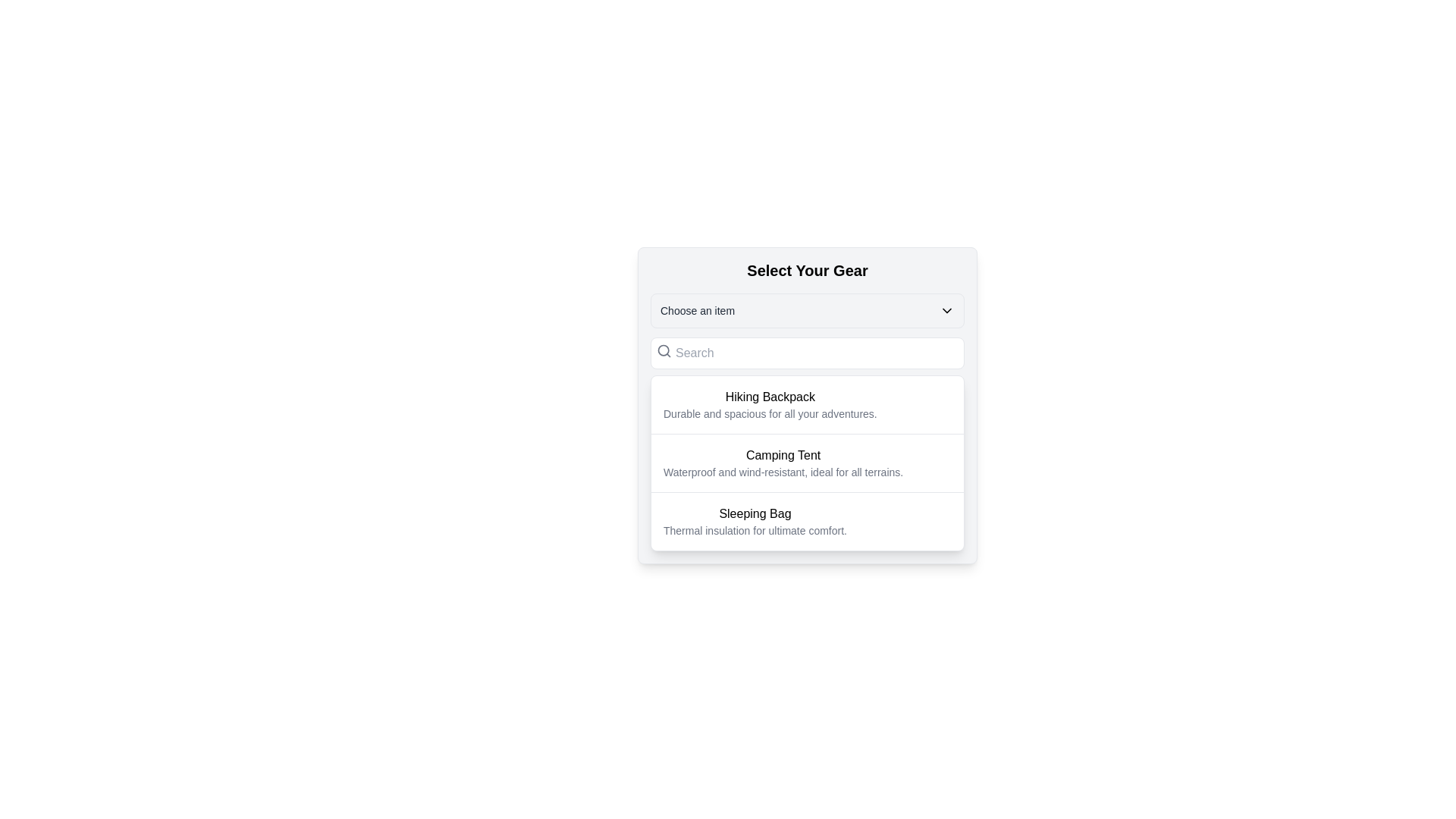 The height and width of the screenshot is (819, 1456). What do you see at coordinates (755, 529) in the screenshot?
I see `the textual description that reads 'Thermal insulation for ultimate comfort.' which is styled with small, gray-colored font and positioned below the title 'Sleeping Bag'` at bounding box center [755, 529].